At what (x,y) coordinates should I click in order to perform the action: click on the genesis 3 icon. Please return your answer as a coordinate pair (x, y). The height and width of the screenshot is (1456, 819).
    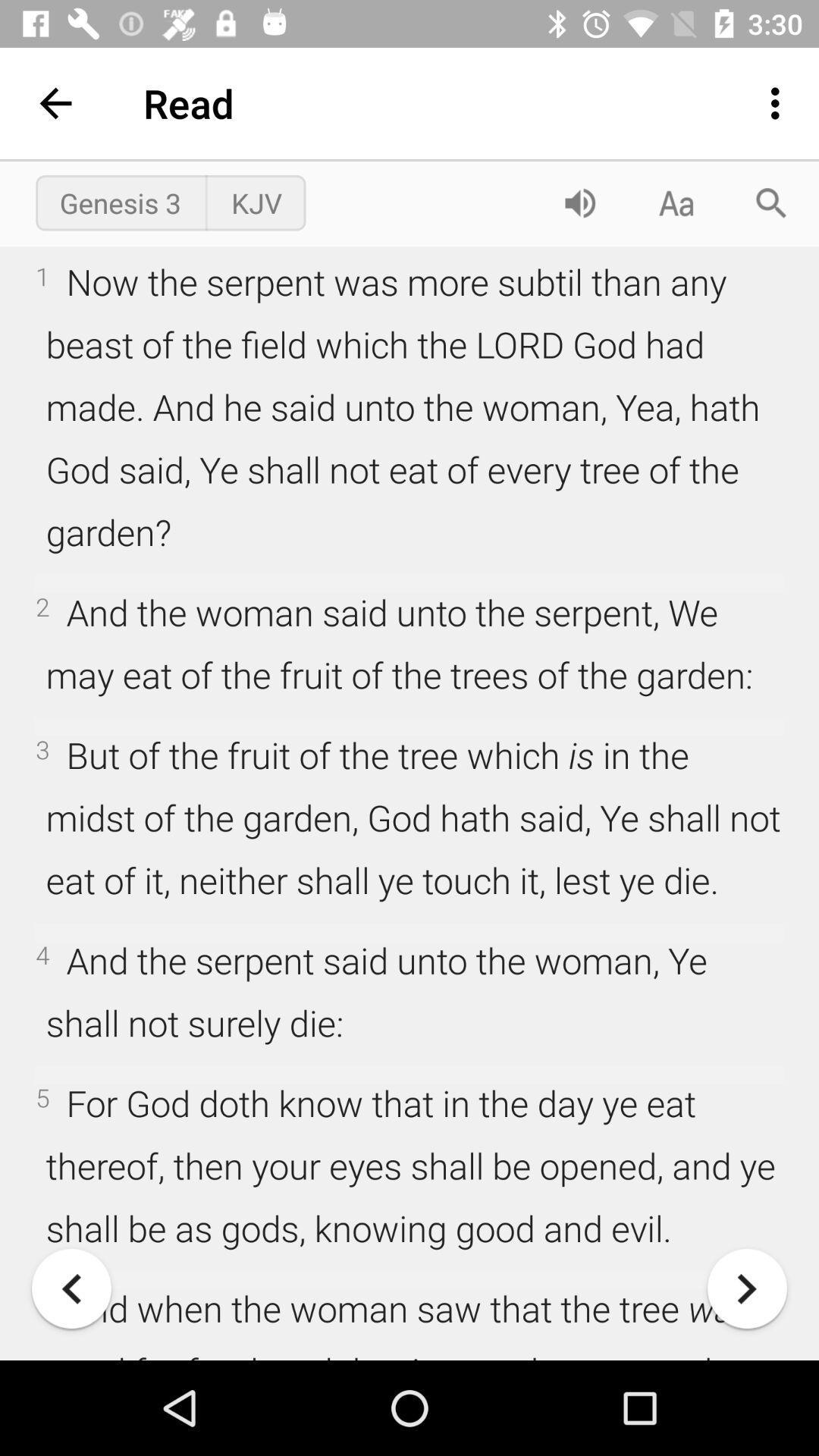
    Looking at the image, I should click on (119, 202).